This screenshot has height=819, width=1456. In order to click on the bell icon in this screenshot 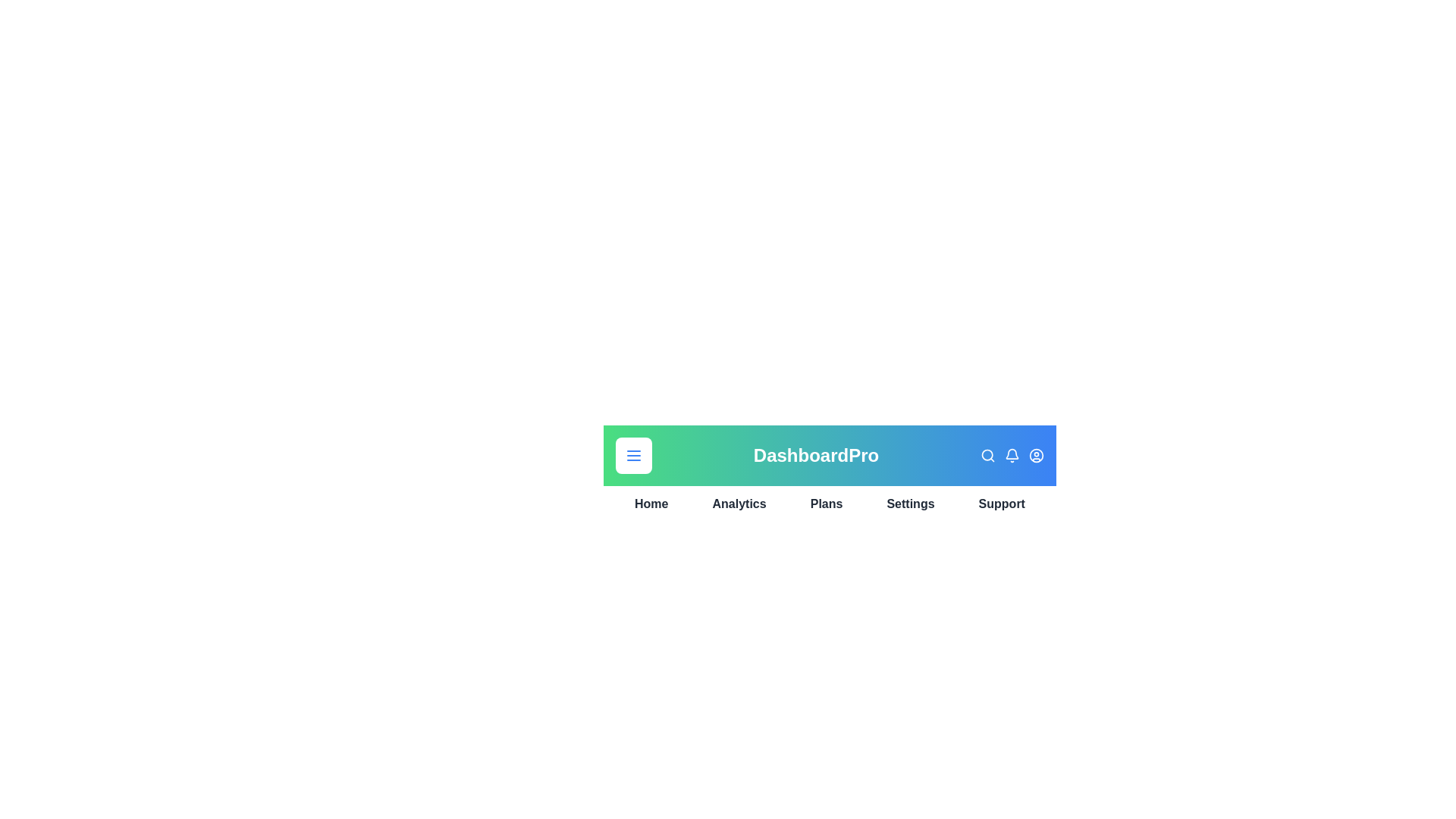, I will do `click(1012, 455)`.